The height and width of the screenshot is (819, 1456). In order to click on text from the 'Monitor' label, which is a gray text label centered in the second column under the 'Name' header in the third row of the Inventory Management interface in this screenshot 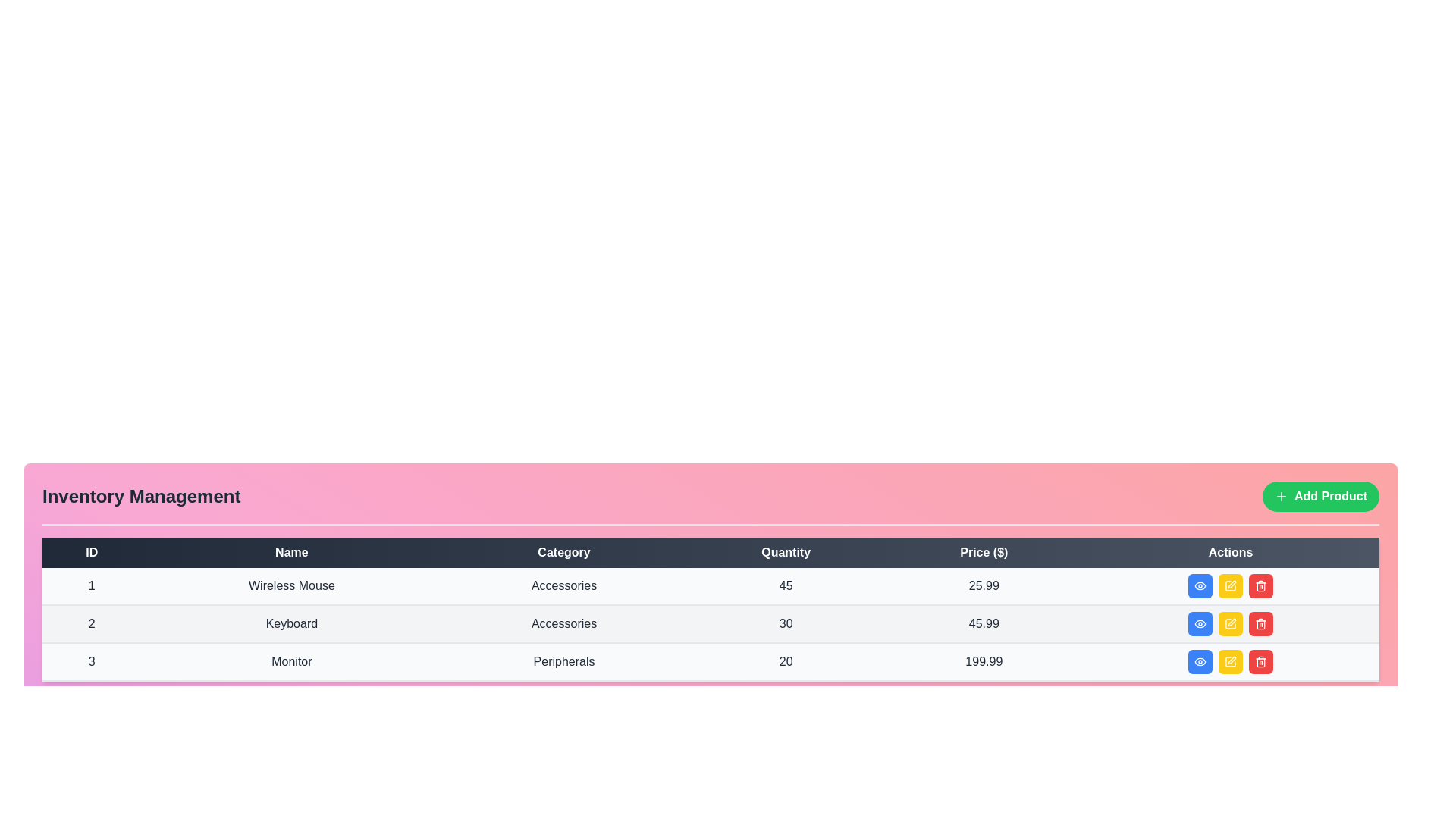, I will do `click(291, 661)`.